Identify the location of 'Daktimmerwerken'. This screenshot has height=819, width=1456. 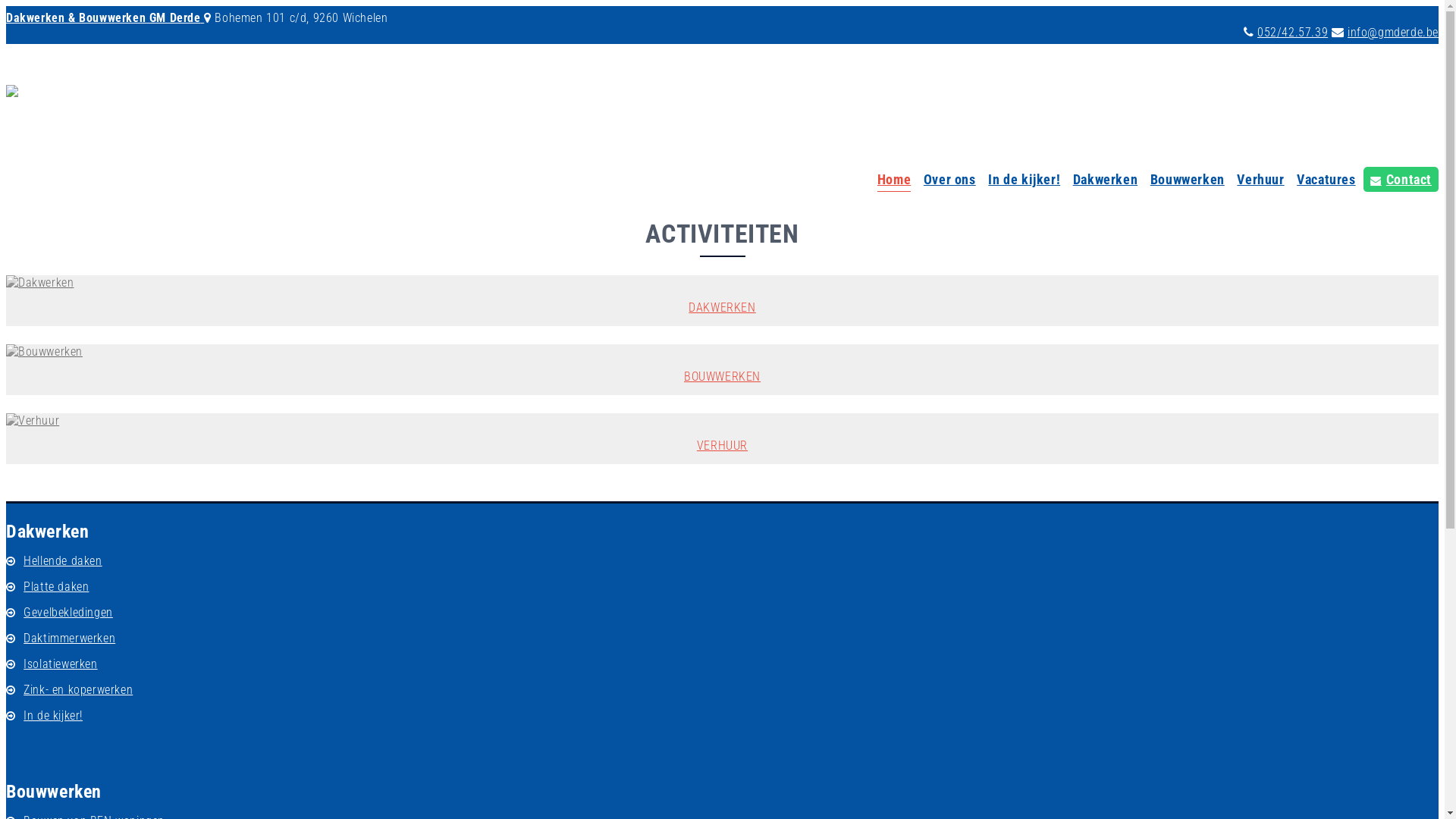
(68, 638).